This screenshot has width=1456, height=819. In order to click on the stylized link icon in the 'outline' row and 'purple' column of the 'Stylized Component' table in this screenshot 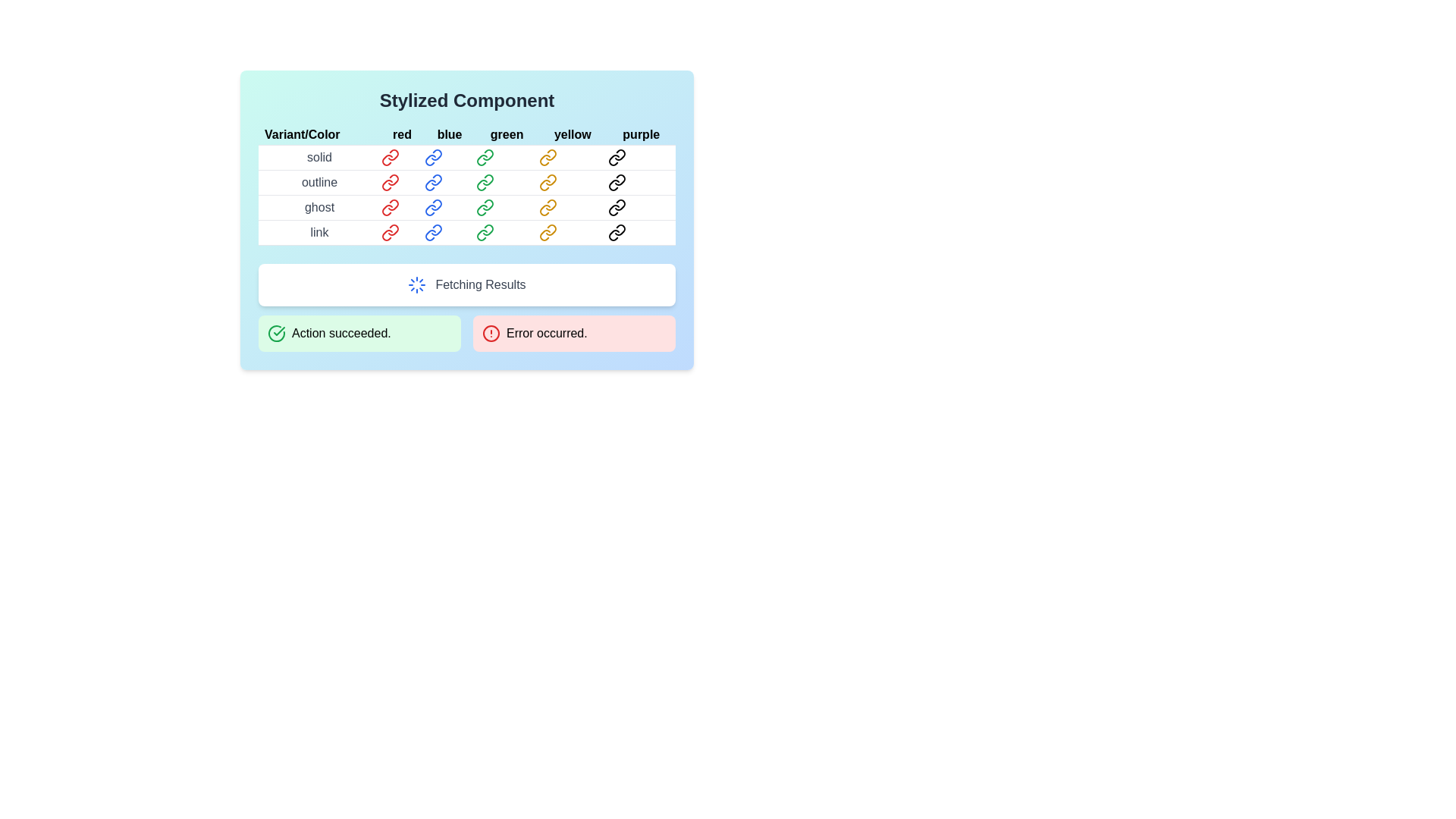, I will do `click(617, 181)`.